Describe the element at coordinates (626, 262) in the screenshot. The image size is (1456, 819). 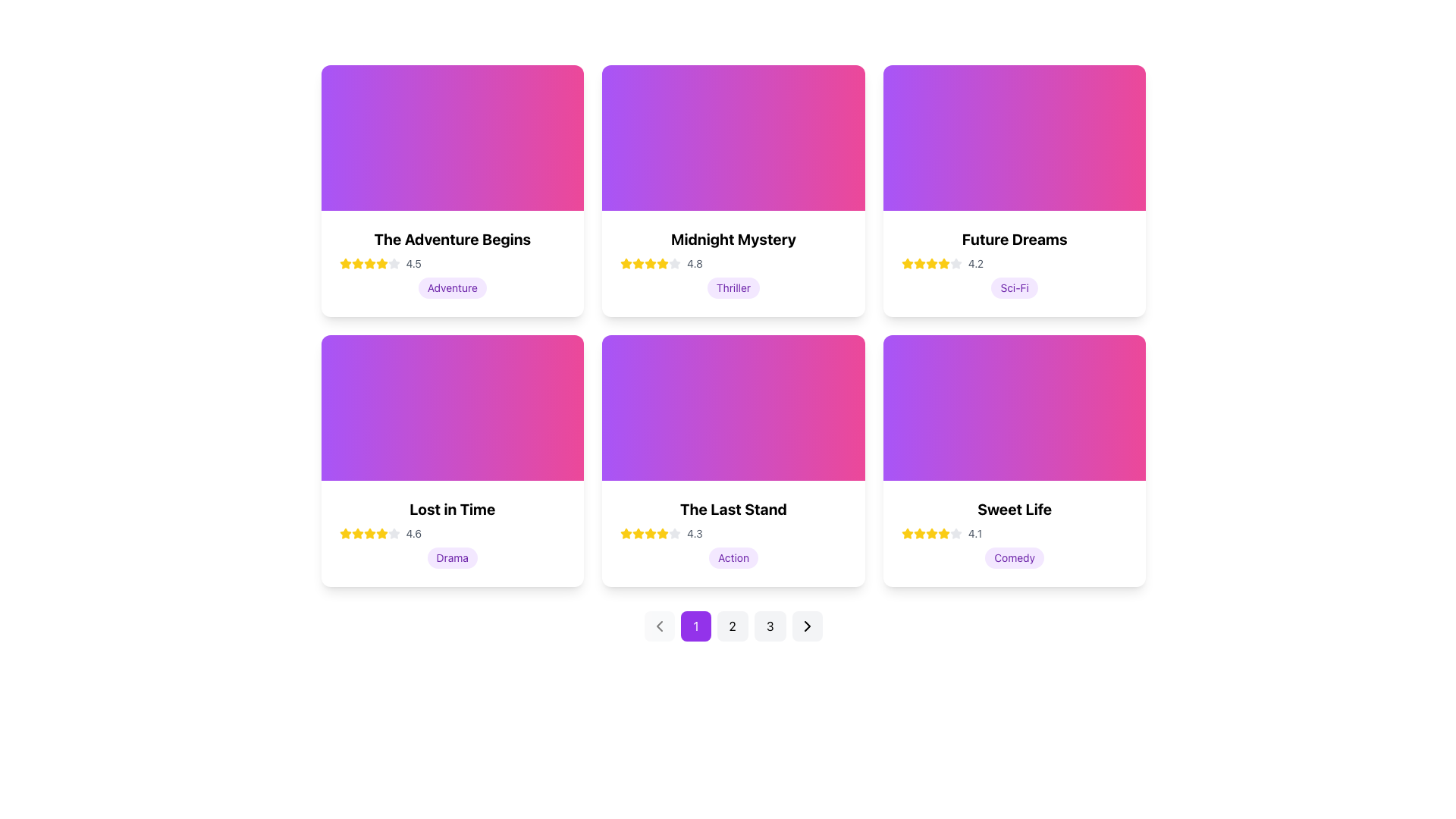
I see `the second star icon in the rating system on the 'Midnight Mystery' card to interact with it` at that location.